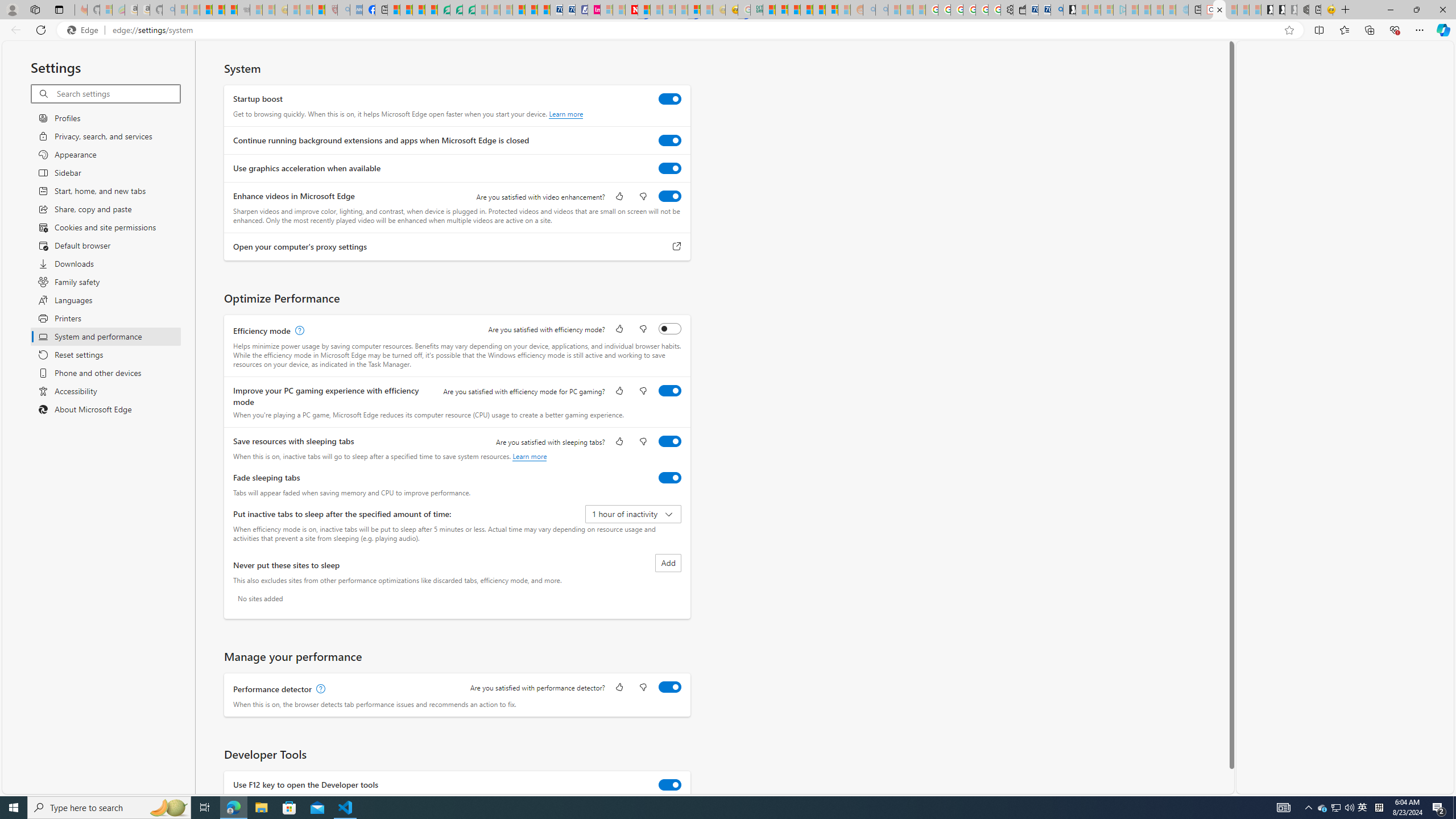 This screenshot has width=1456, height=819. I want to click on 'Enhance videos in Microsoft Edge', so click(669, 196).